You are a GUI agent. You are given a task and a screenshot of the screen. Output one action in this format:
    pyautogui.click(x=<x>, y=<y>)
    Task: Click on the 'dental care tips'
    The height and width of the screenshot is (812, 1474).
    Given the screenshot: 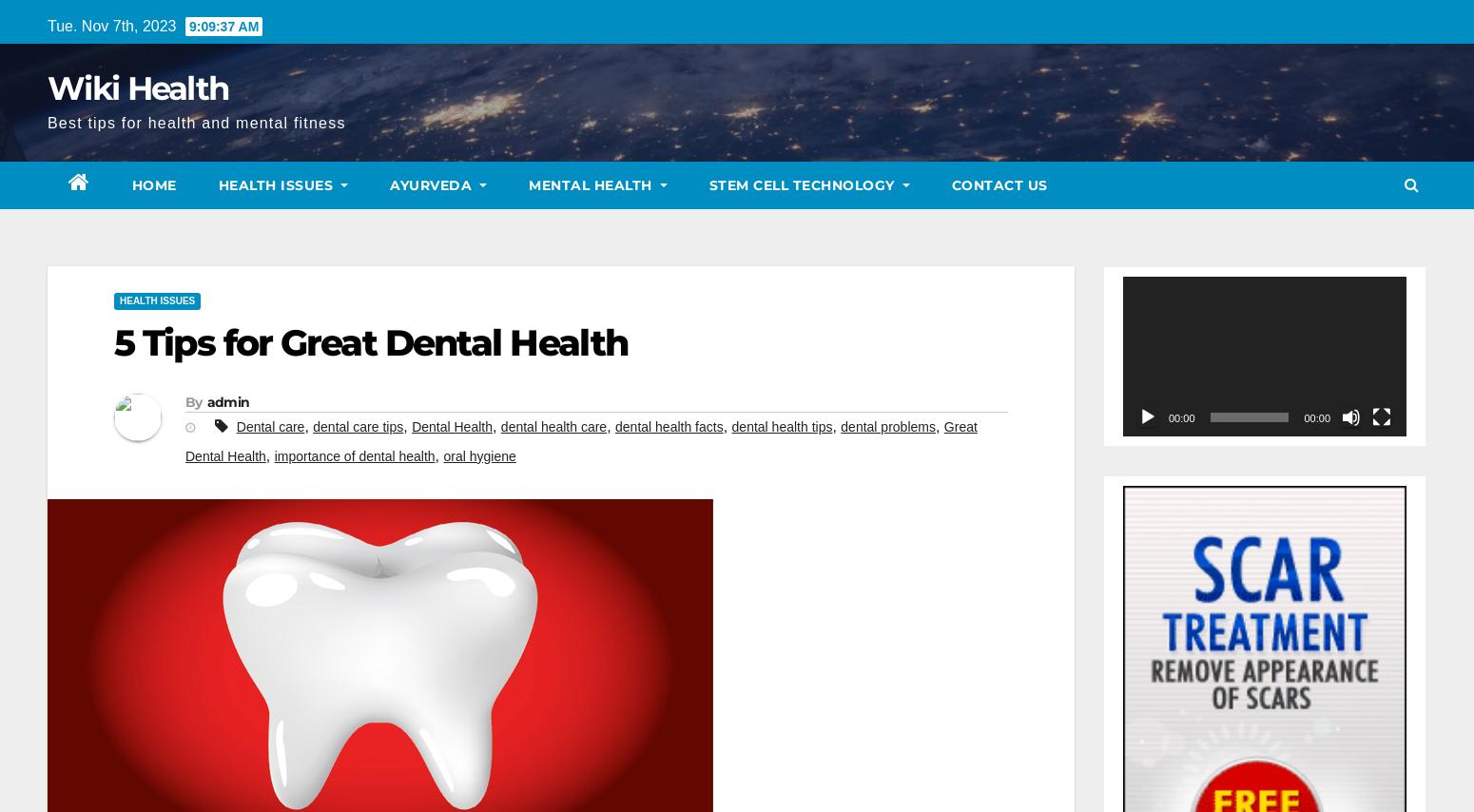 What is the action you would take?
    pyautogui.click(x=357, y=425)
    